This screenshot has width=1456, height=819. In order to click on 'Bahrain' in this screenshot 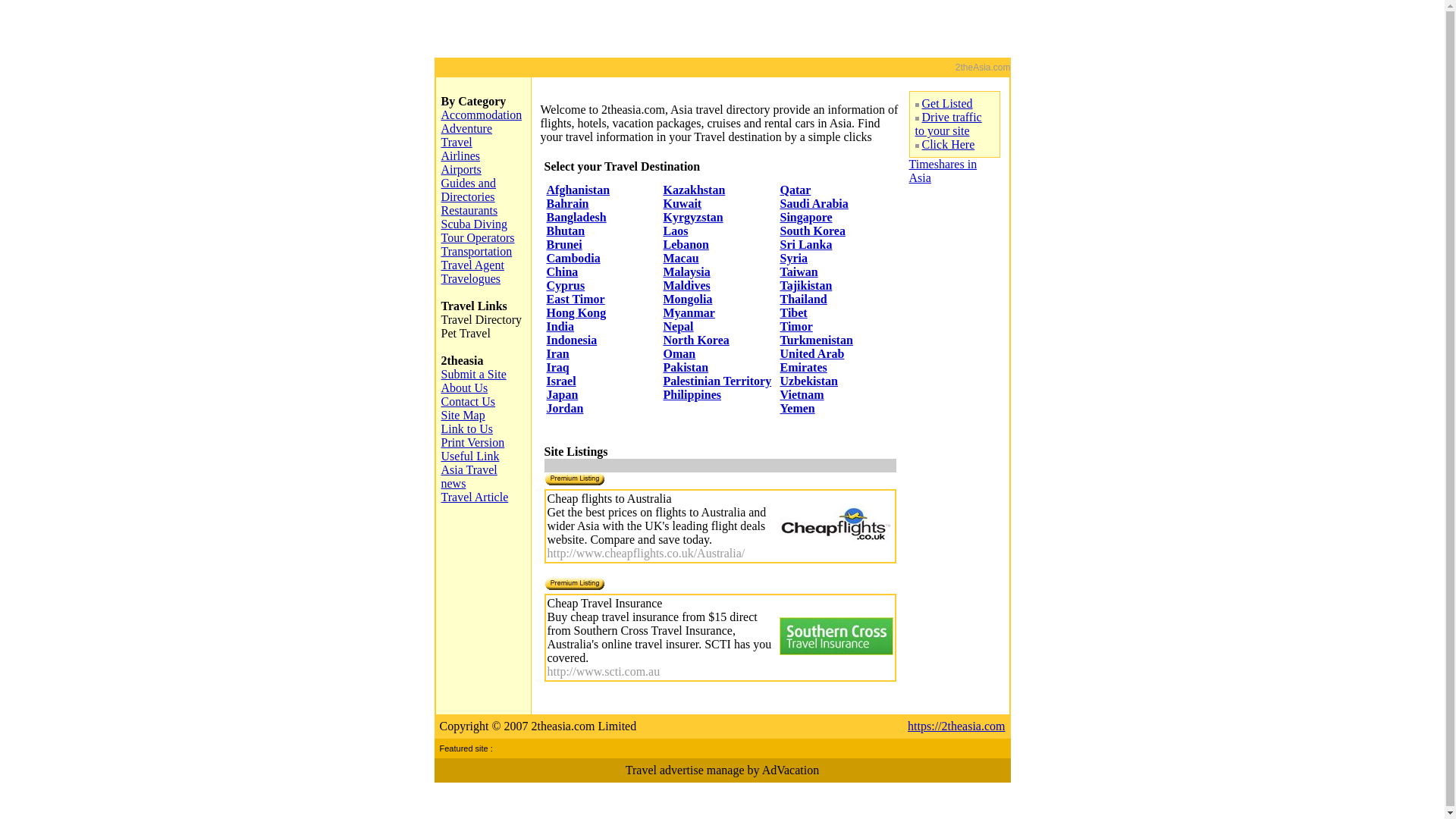, I will do `click(566, 202)`.